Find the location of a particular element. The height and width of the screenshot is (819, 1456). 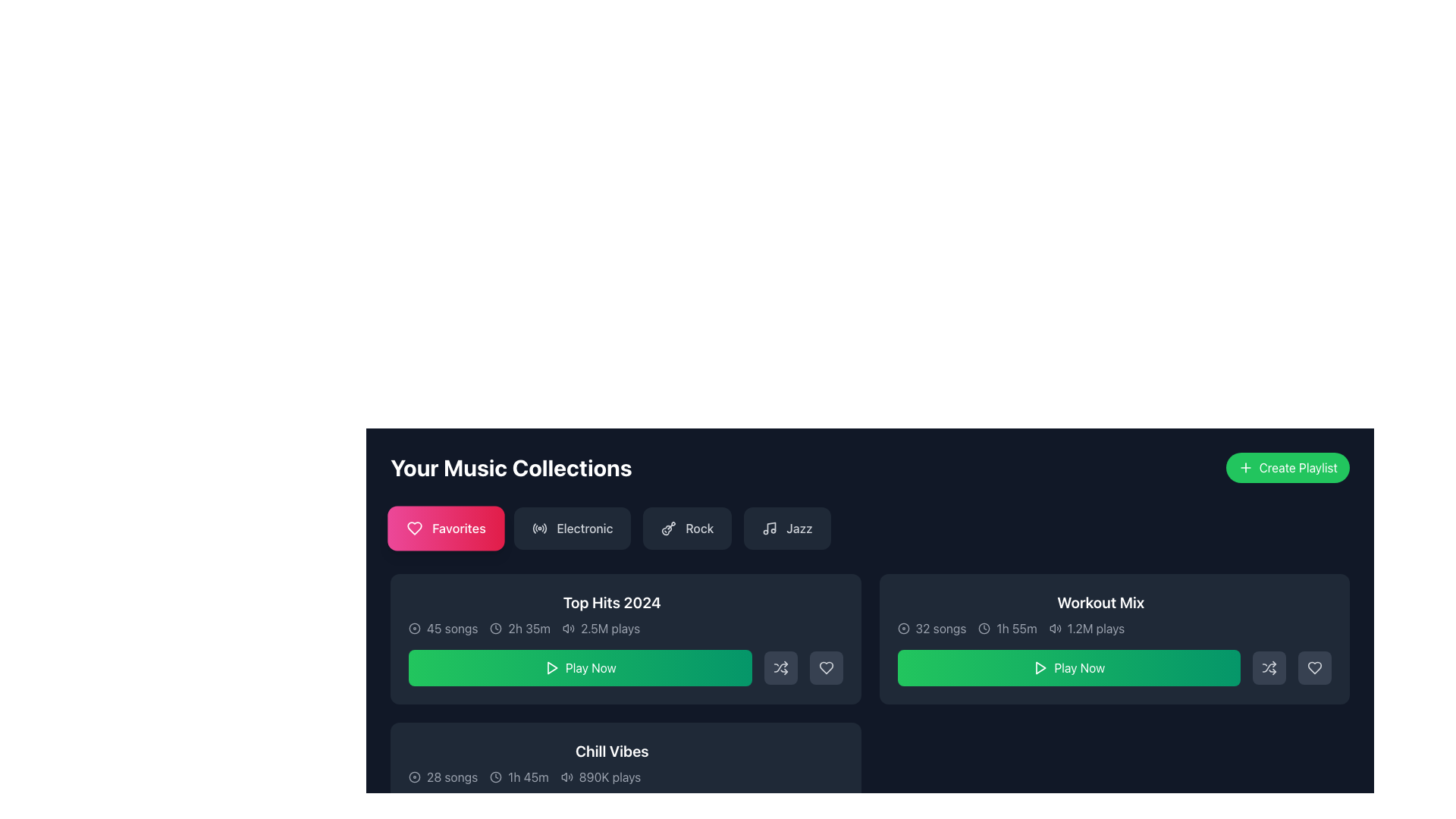

the clock icon located at the bottom left of the 'Chill Vibes' music collection card, which visually represents the duration of 1h 45m is located at coordinates (496, 777).